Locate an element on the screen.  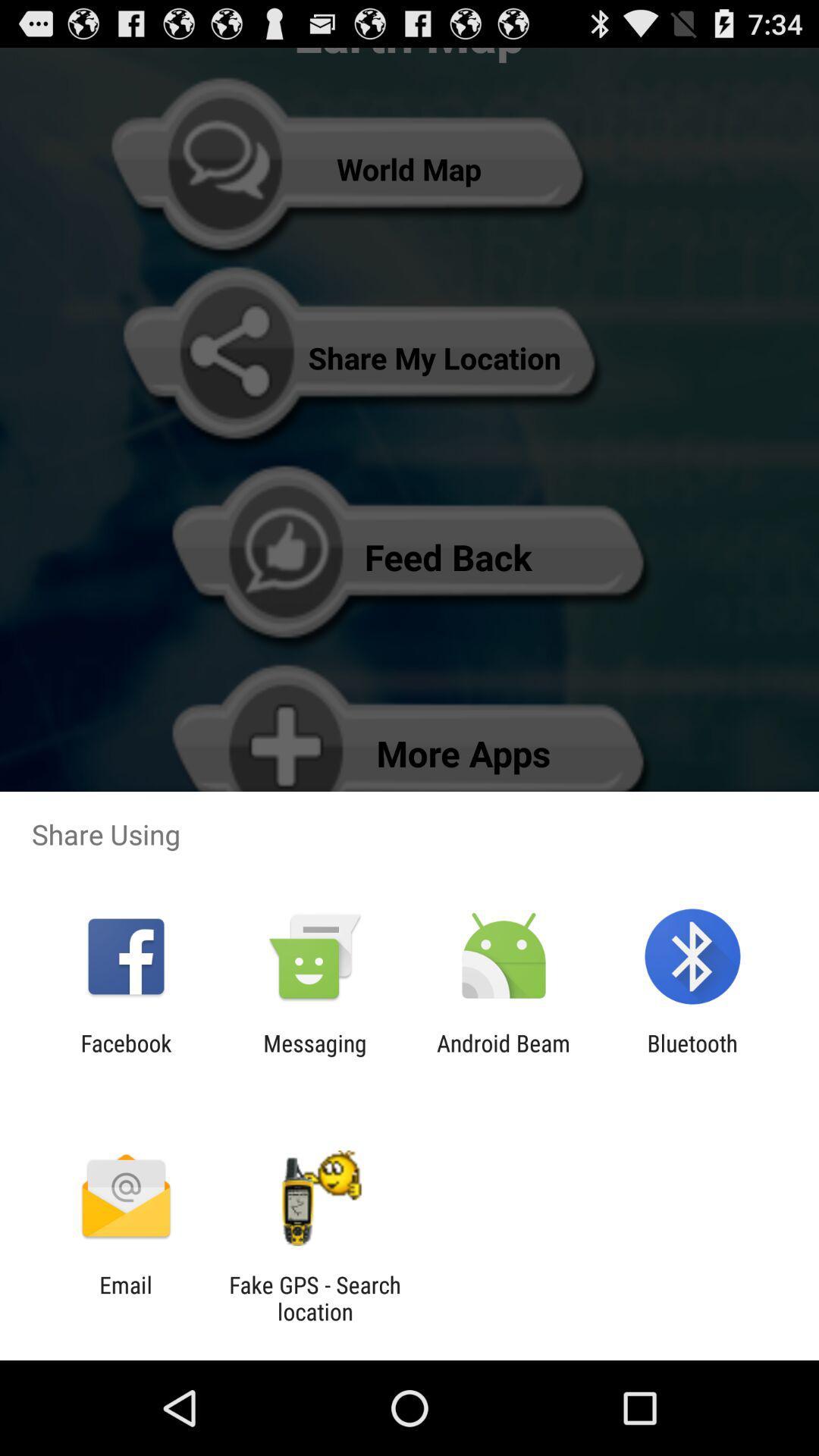
fake gps search app is located at coordinates (314, 1298).